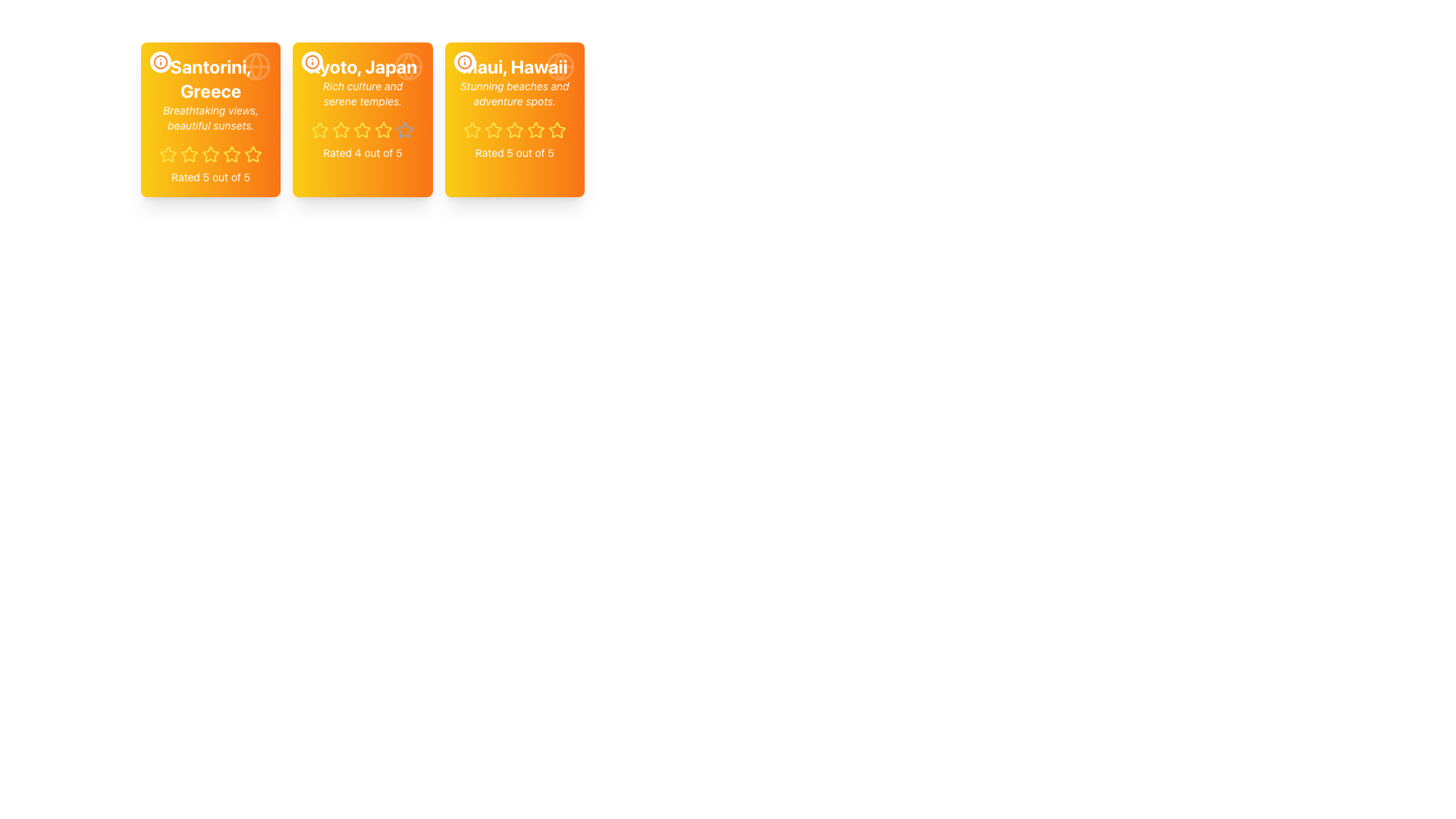 The width and height of the screenshot is (1456, 819). I want to click on the button located in the top-left corner of the card titled 'Kyoto, Japan', so click(312, 61).